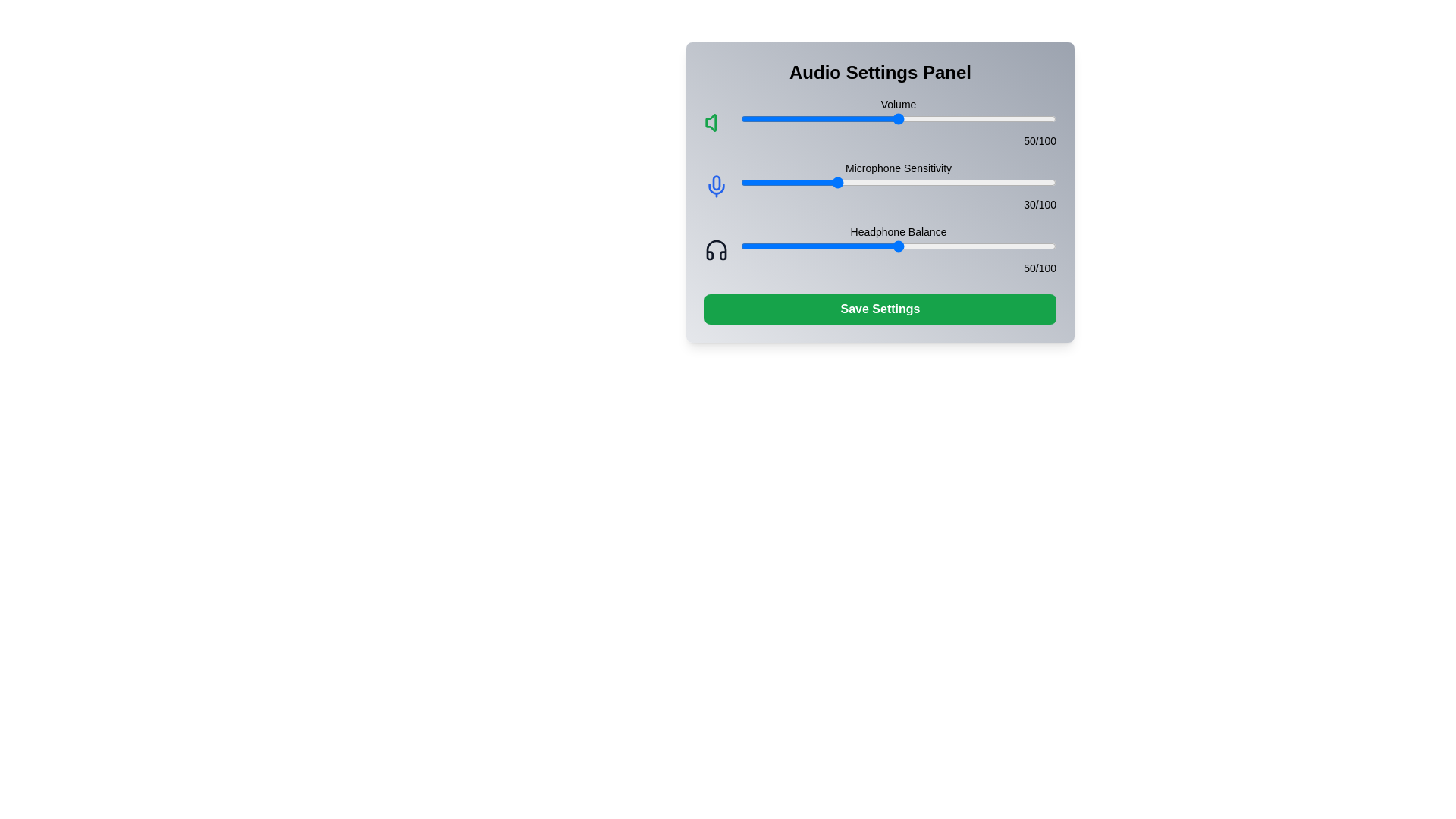 The width and height of the screenshot is (1456, 819). What do you see at coordinates (844, 118) in the screenshot?
I see `the volume slider` at bounding box center [844, 118].